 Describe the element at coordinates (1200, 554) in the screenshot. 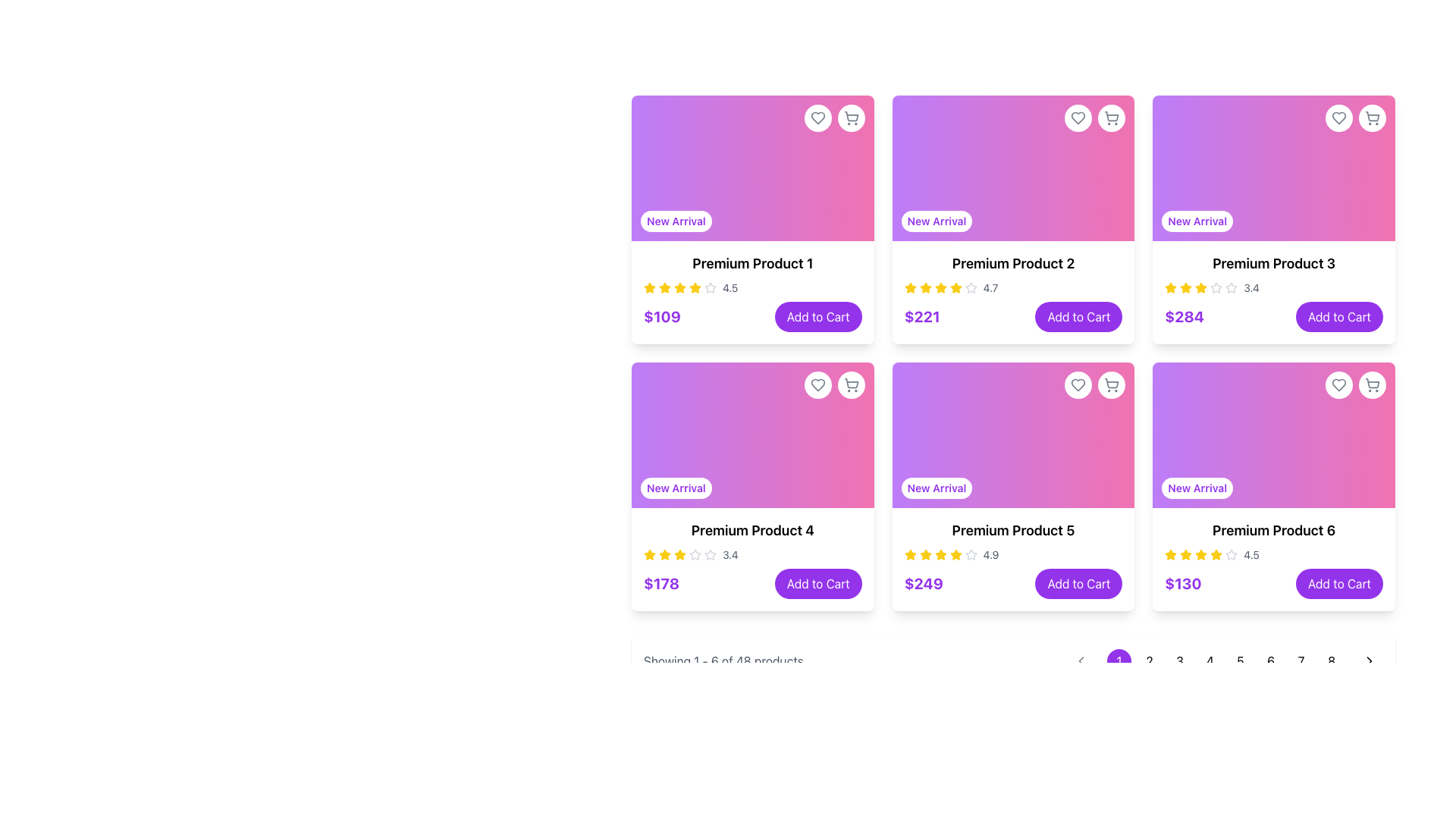

I see `the third yellow filled star icon in the rating system for 'Premium Product 6', which indicates a rating value of 3` at that location.